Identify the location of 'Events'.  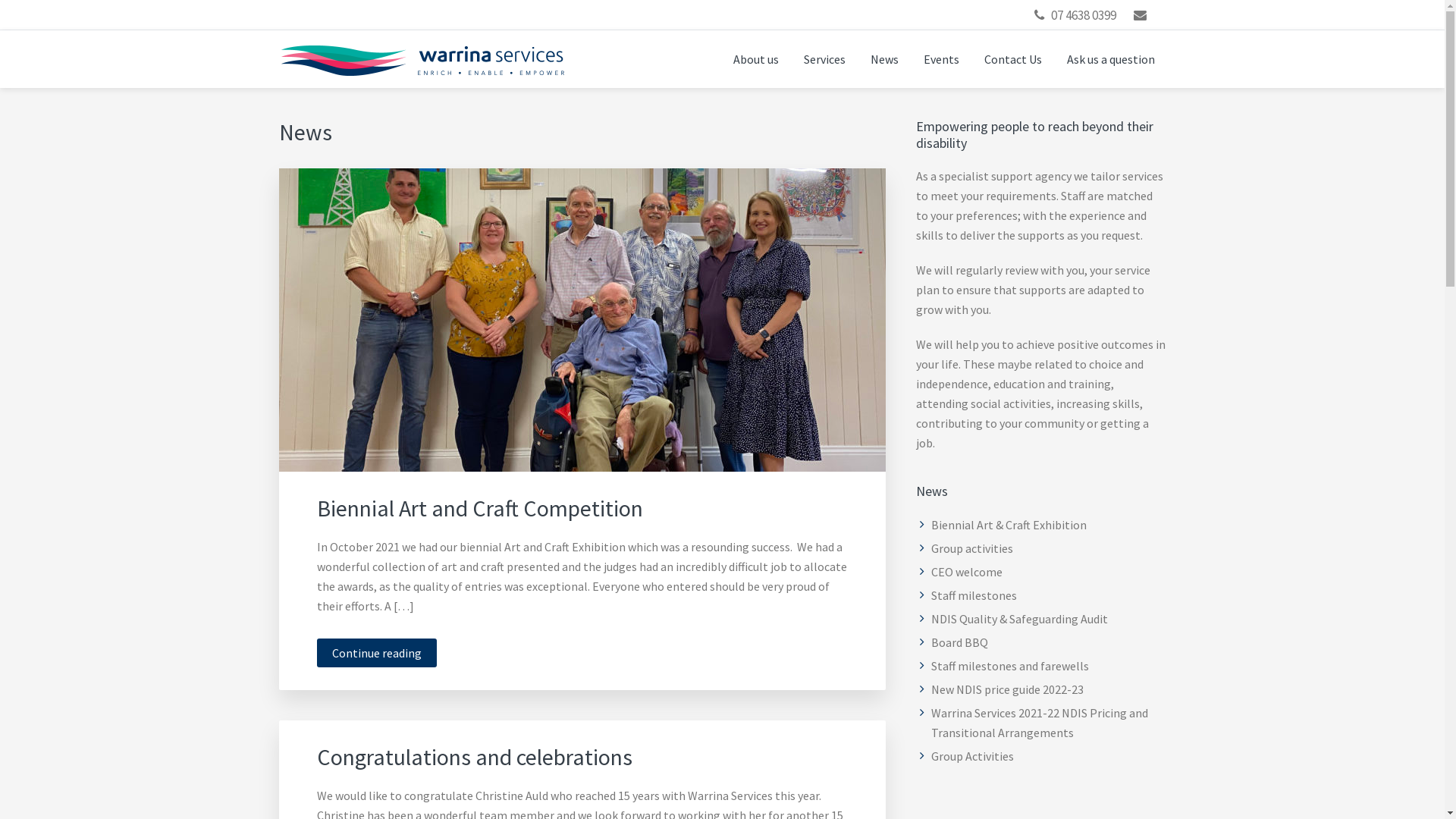
(940, 58).